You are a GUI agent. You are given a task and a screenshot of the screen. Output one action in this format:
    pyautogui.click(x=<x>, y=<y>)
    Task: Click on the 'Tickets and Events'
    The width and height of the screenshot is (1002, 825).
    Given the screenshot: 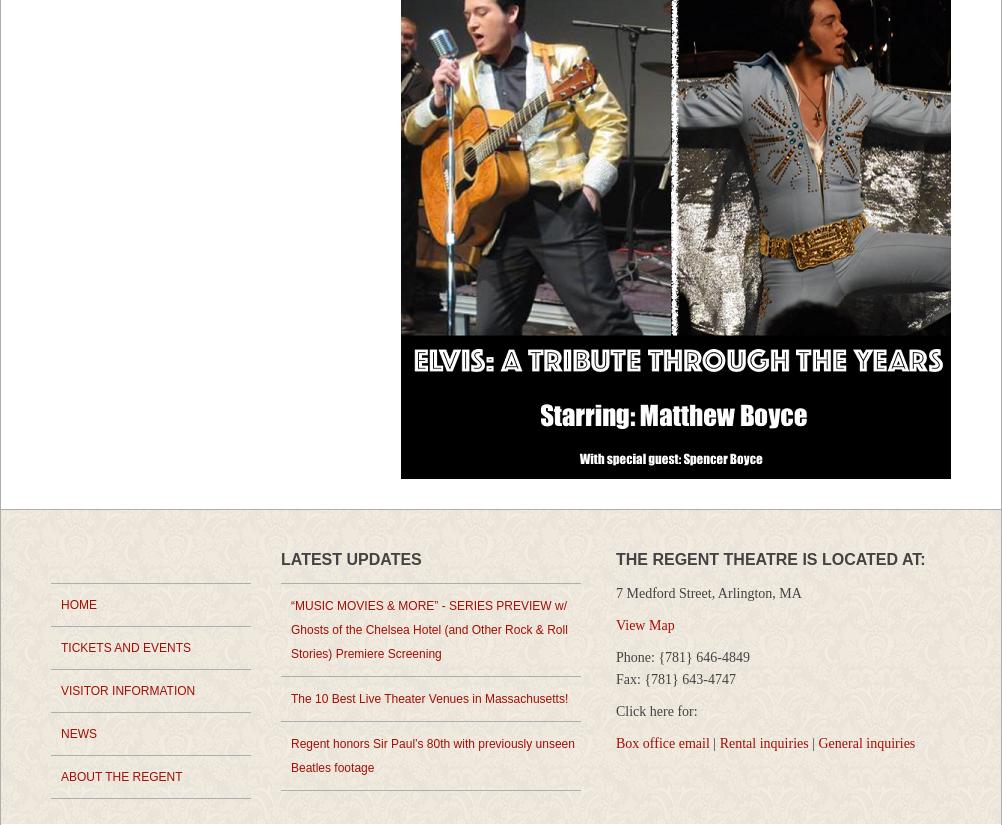 What is the action you would take?
    pyautogui.click(x=124, y=647)
    